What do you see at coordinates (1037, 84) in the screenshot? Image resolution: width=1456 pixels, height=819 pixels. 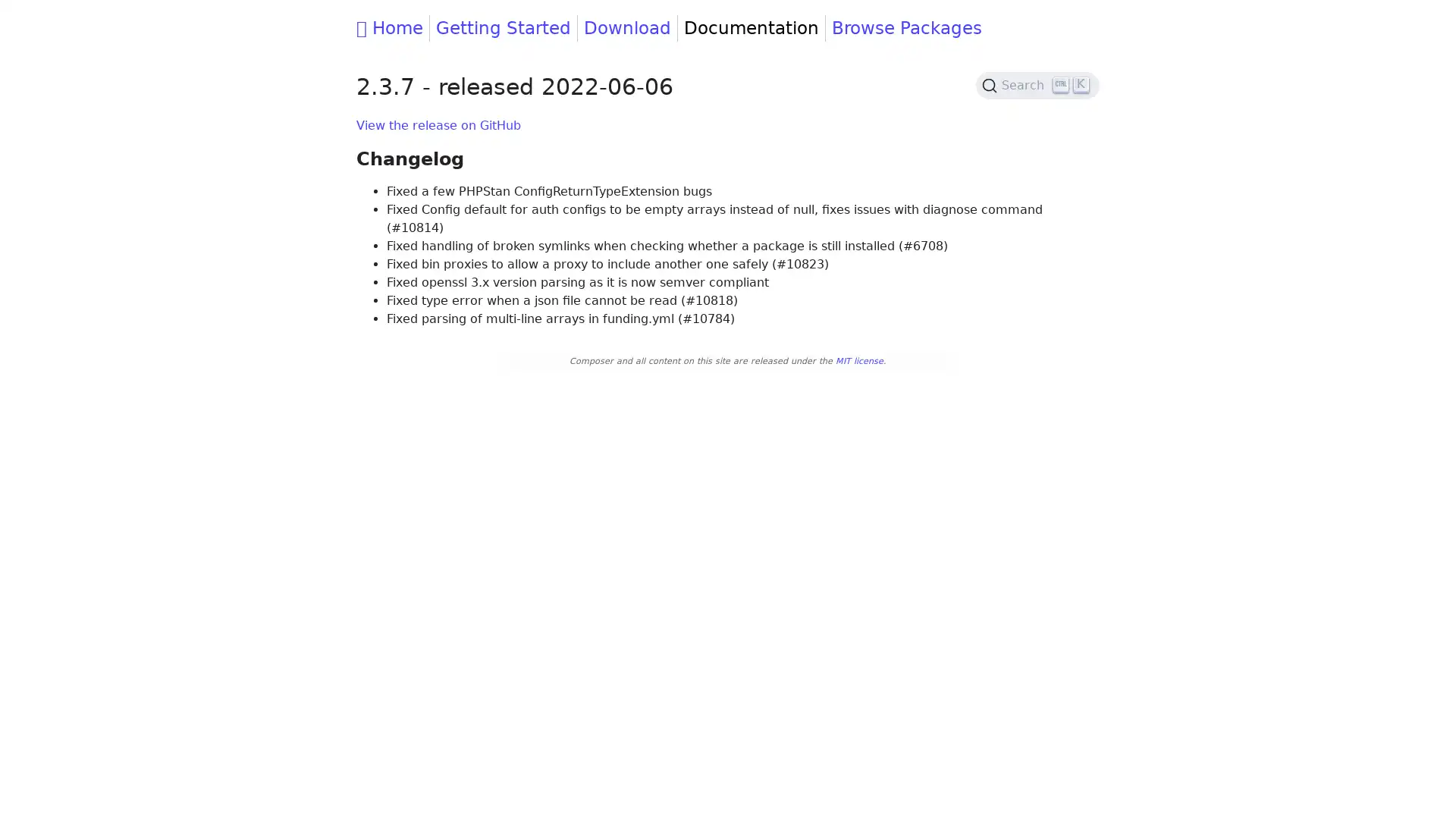 I see `Search` at bounding box center [1037, 84].